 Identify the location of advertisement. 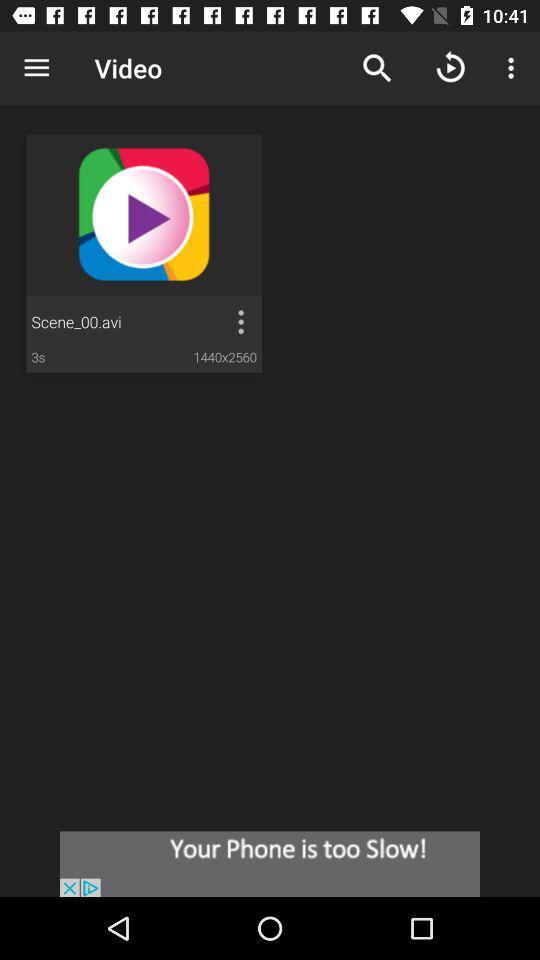
(270, 863).